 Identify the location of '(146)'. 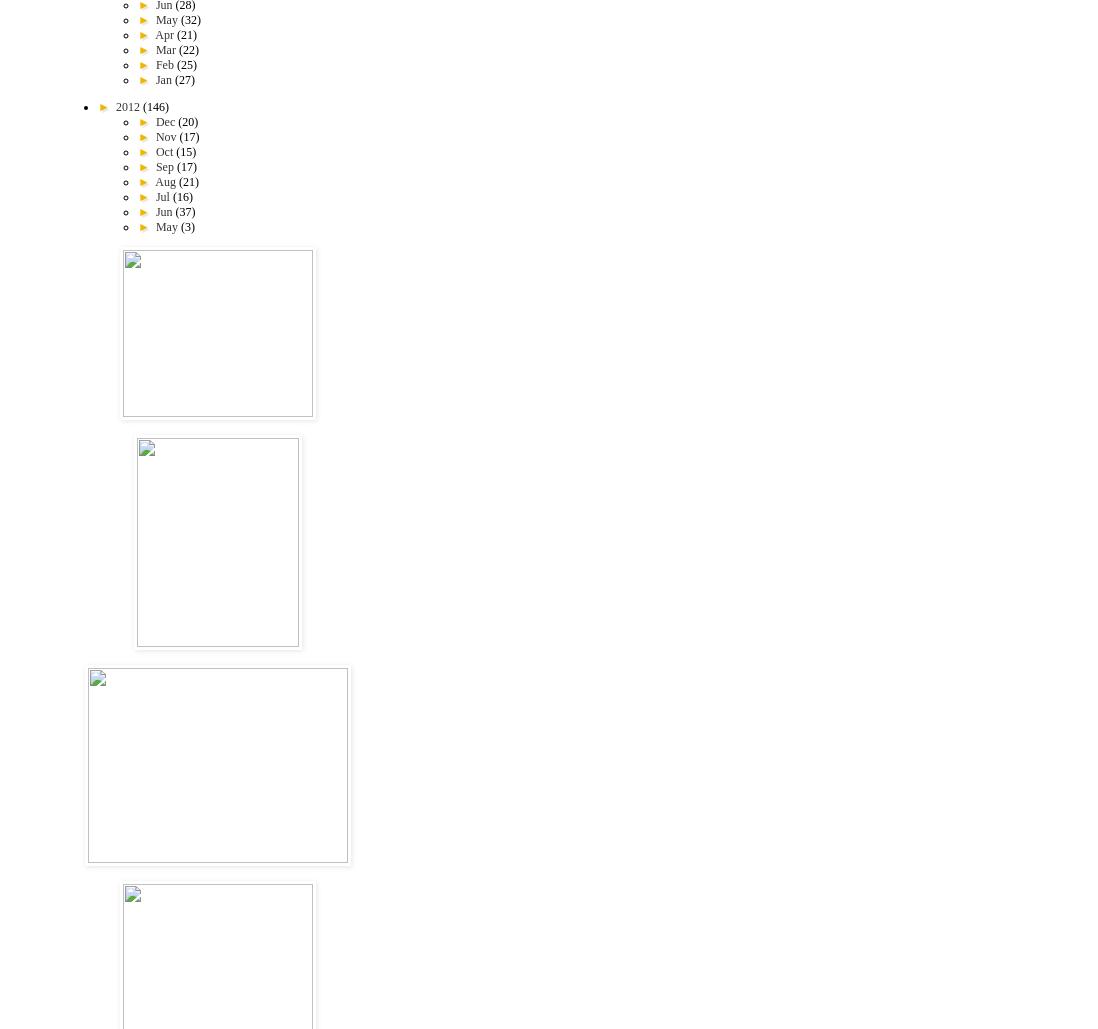
(155, 106).